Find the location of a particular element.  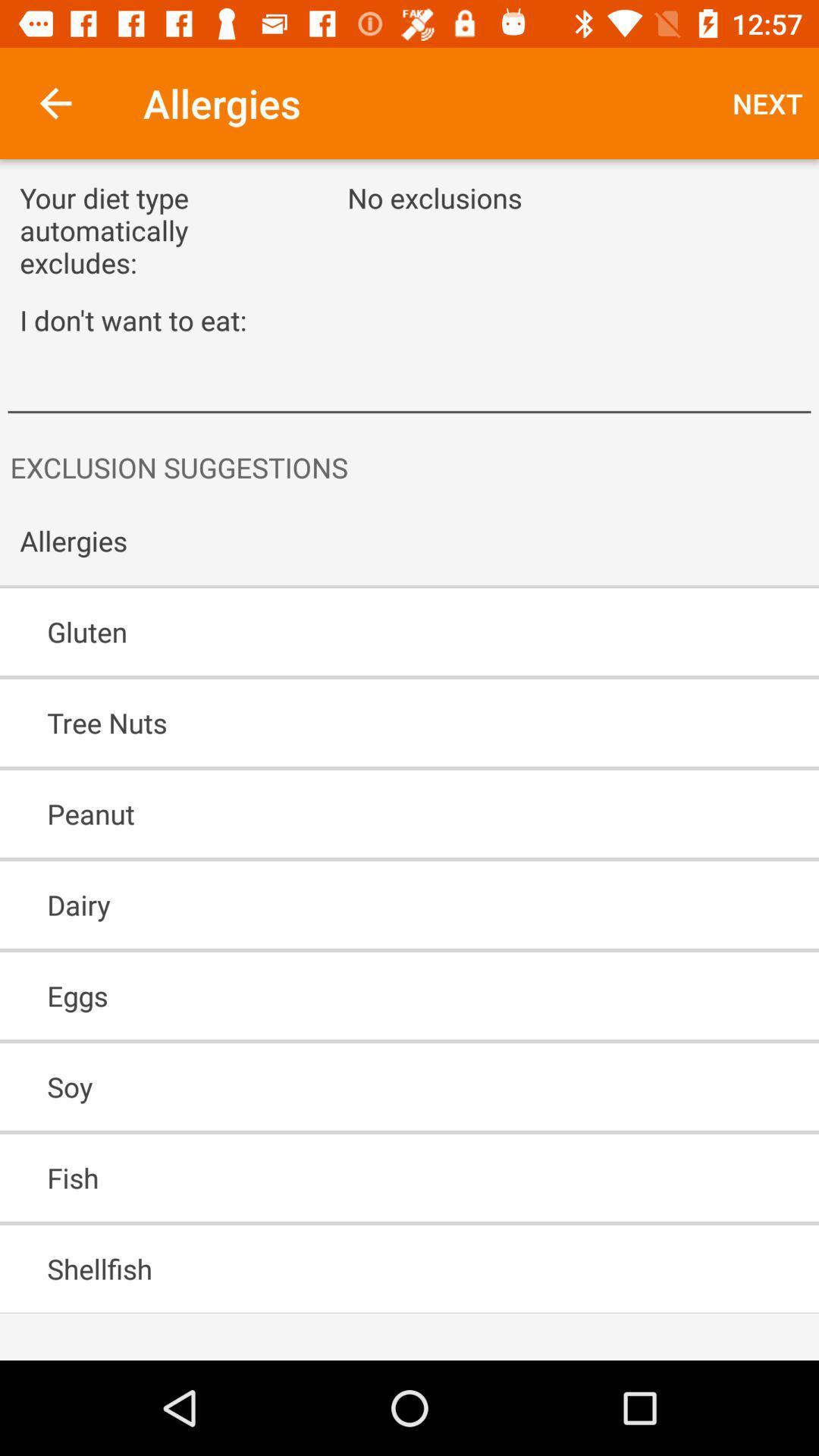

the     shellfish item is located at coordinates (366, 1269).